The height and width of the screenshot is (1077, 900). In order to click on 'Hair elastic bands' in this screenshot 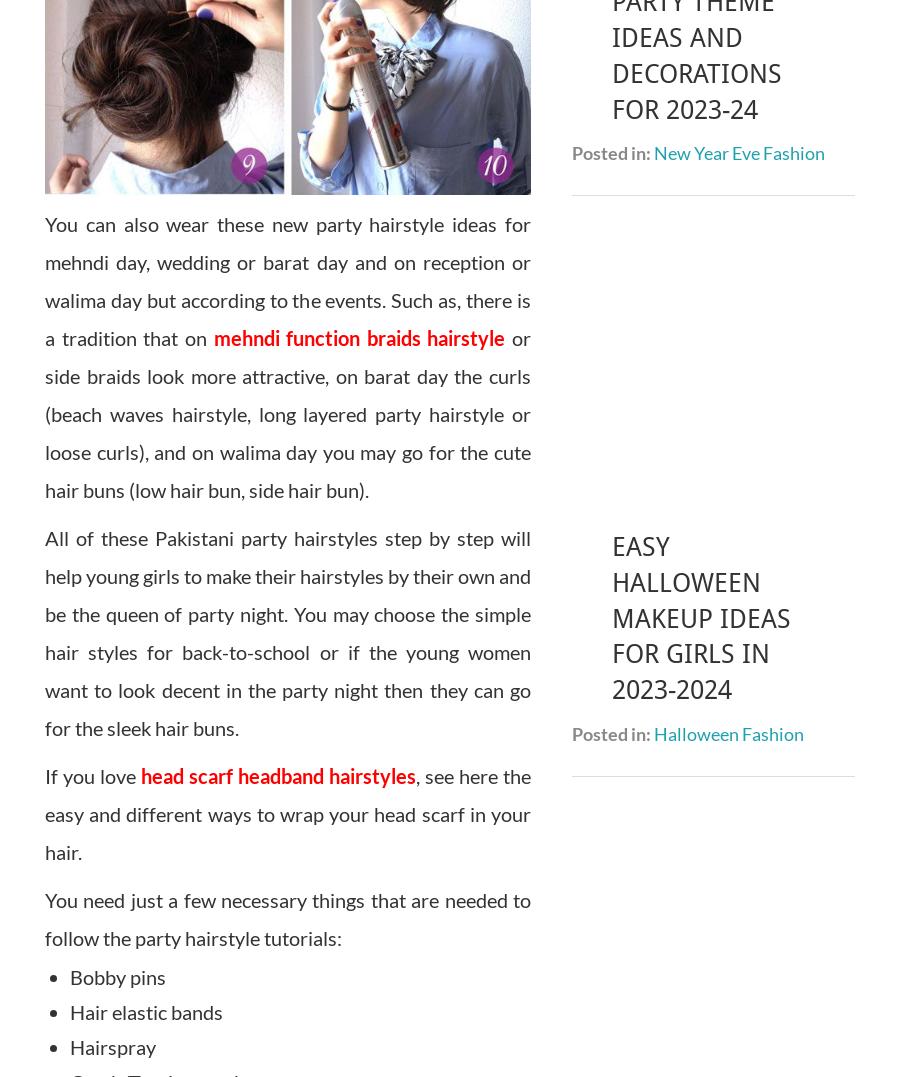, I will do `click(146, 1010)`.